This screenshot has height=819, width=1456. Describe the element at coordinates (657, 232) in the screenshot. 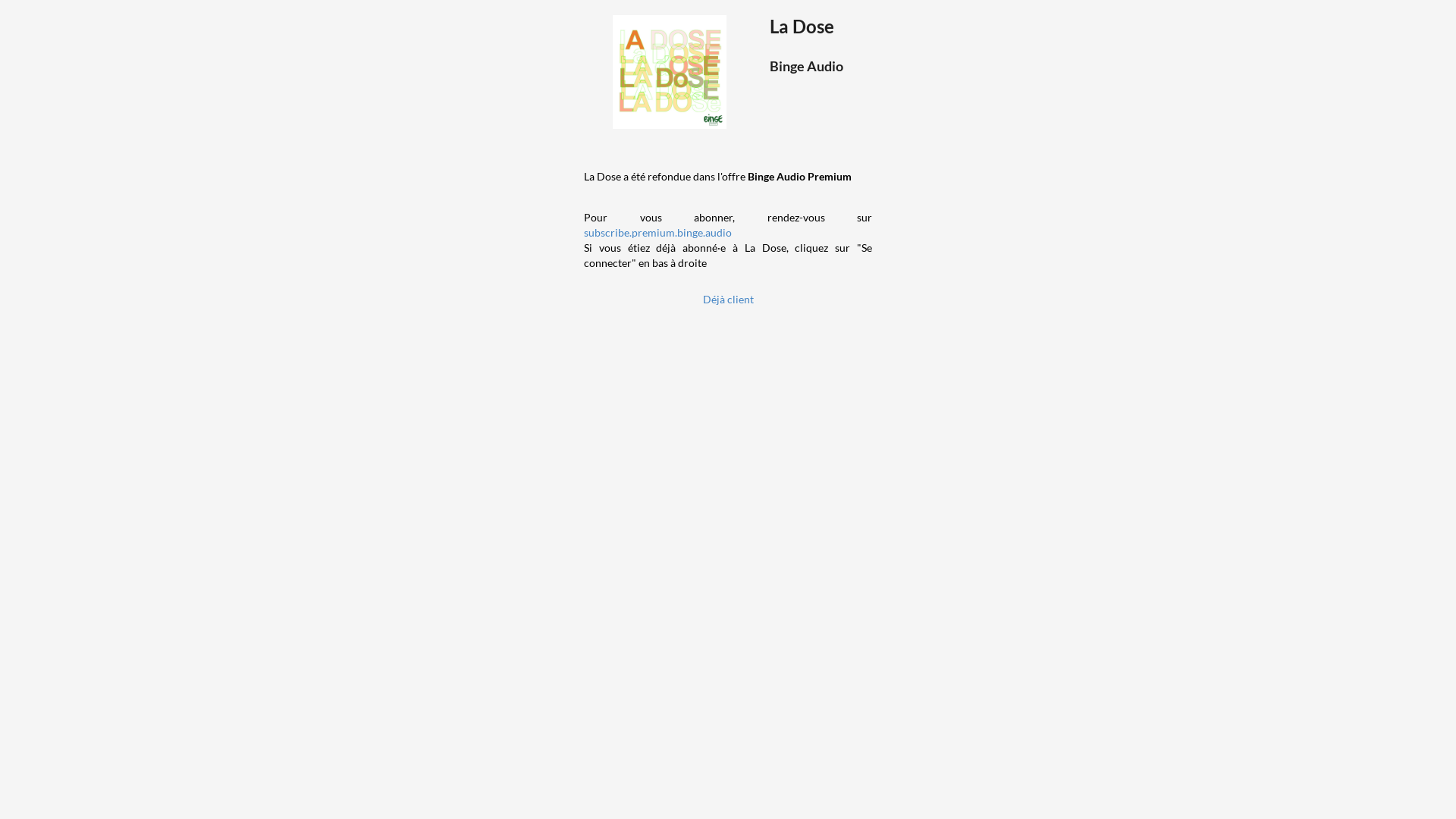

I see `'subscribe.premium.binge.audio'` at that location.